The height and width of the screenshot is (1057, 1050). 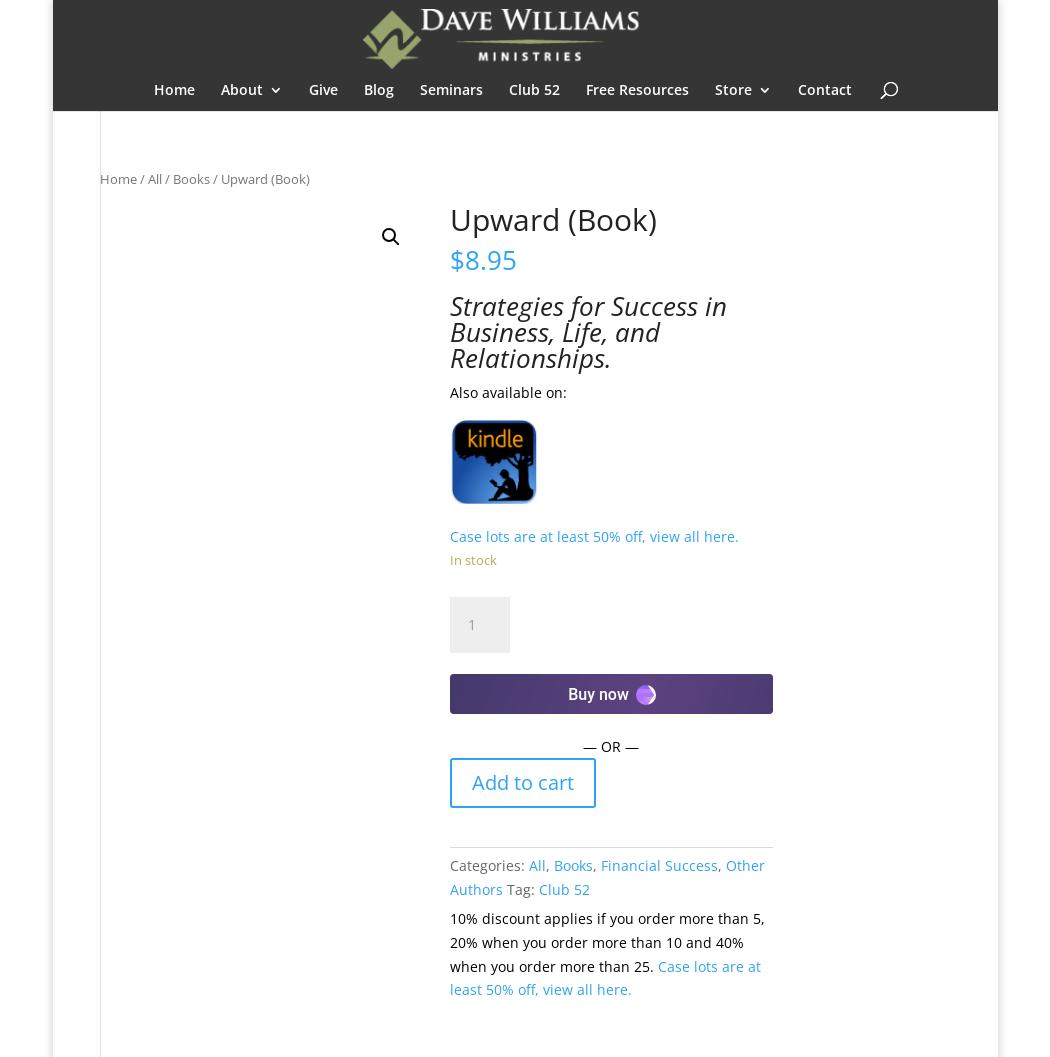 What do you see at coordinates (304, 380) in the screenshot?
I see `'Press Packet'` at bounding box center [304, 380].